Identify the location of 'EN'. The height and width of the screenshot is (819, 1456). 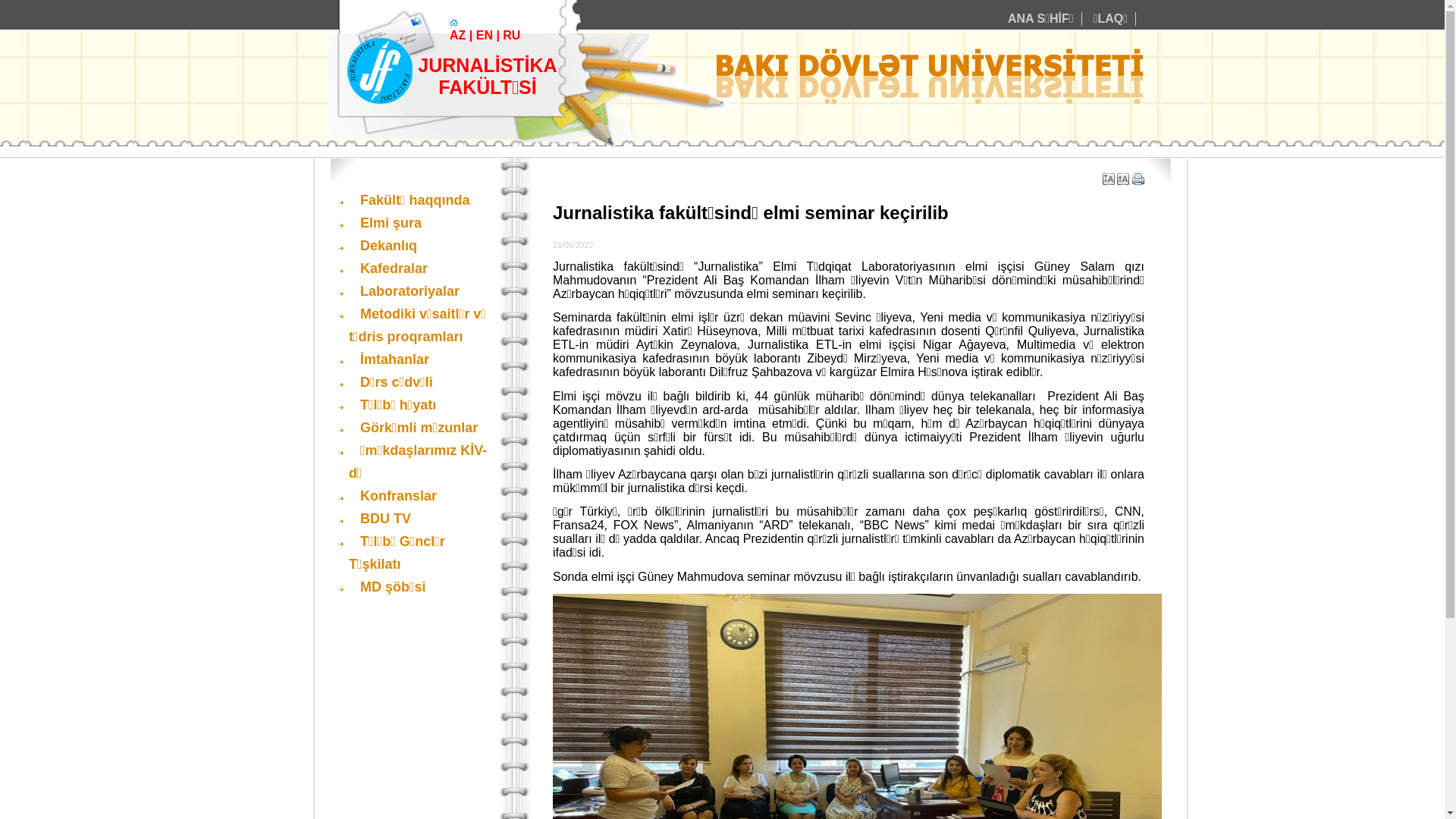
(475, 34).